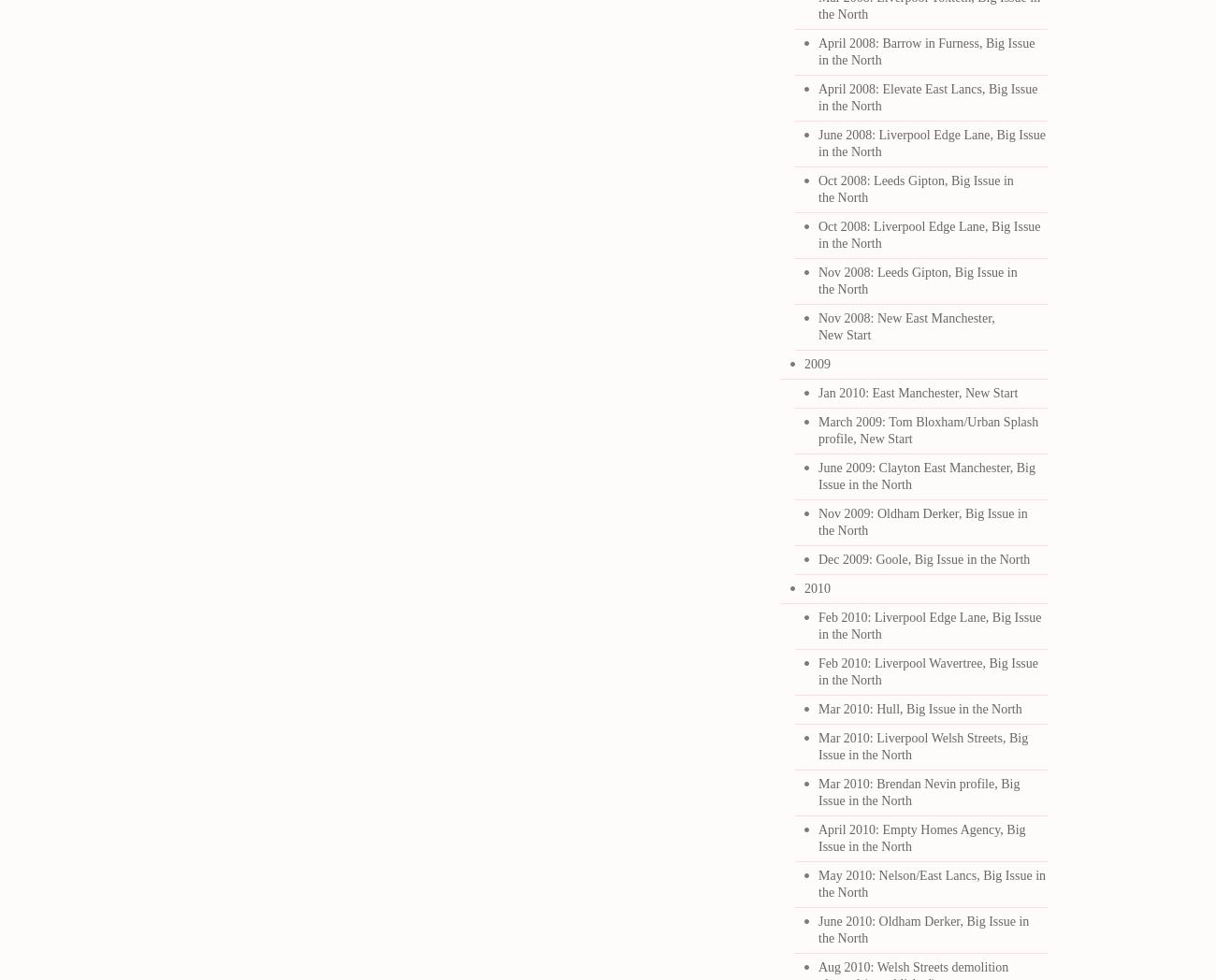  I want to click on 'Nov 2008: Leeds Gipton, Big Issue in the North', so click(818, 280).